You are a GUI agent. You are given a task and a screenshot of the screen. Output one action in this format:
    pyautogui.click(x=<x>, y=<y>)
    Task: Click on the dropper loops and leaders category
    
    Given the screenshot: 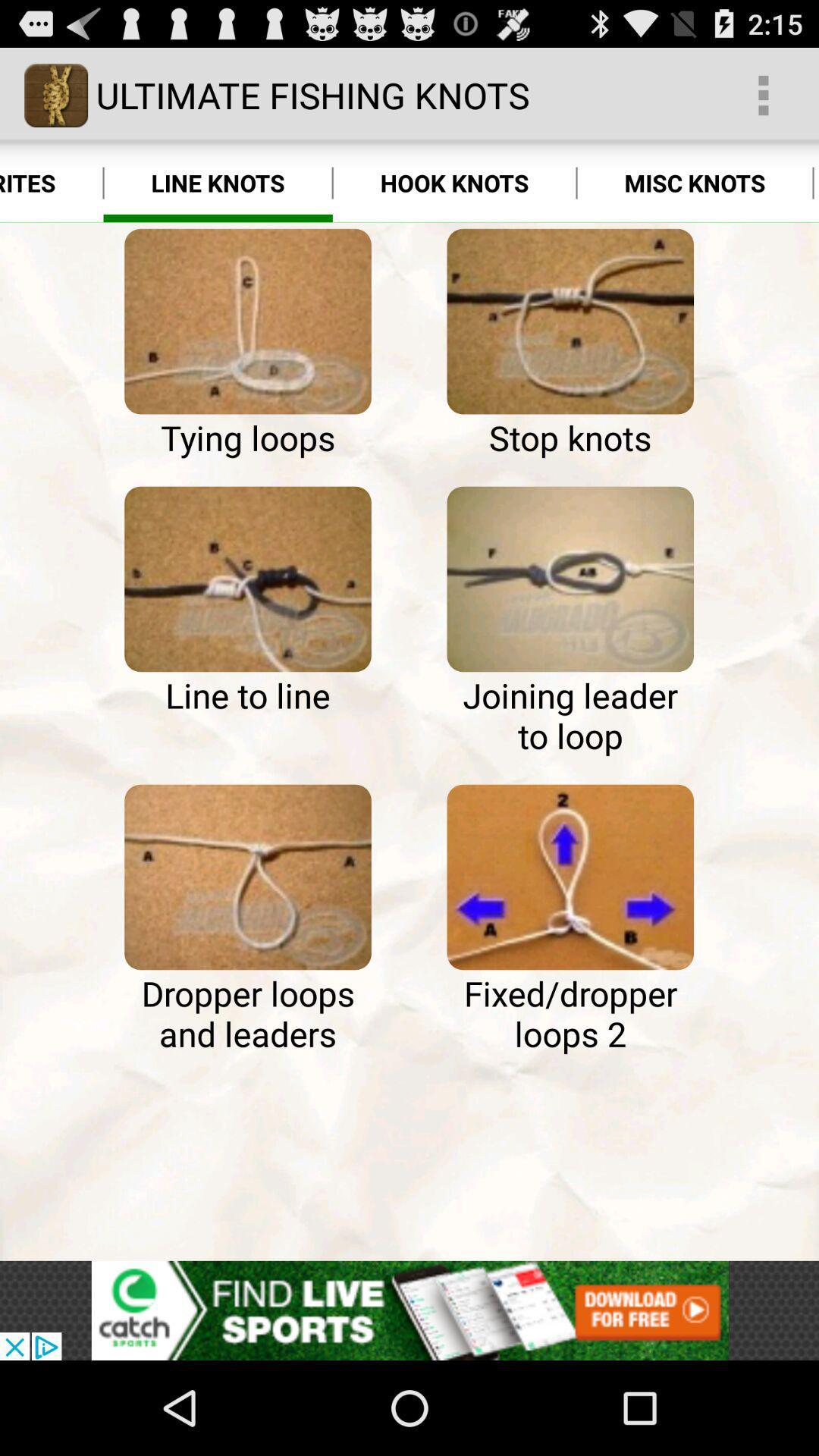 What is the action you would take?
    pyautogui.click(x=247, y=877)
    